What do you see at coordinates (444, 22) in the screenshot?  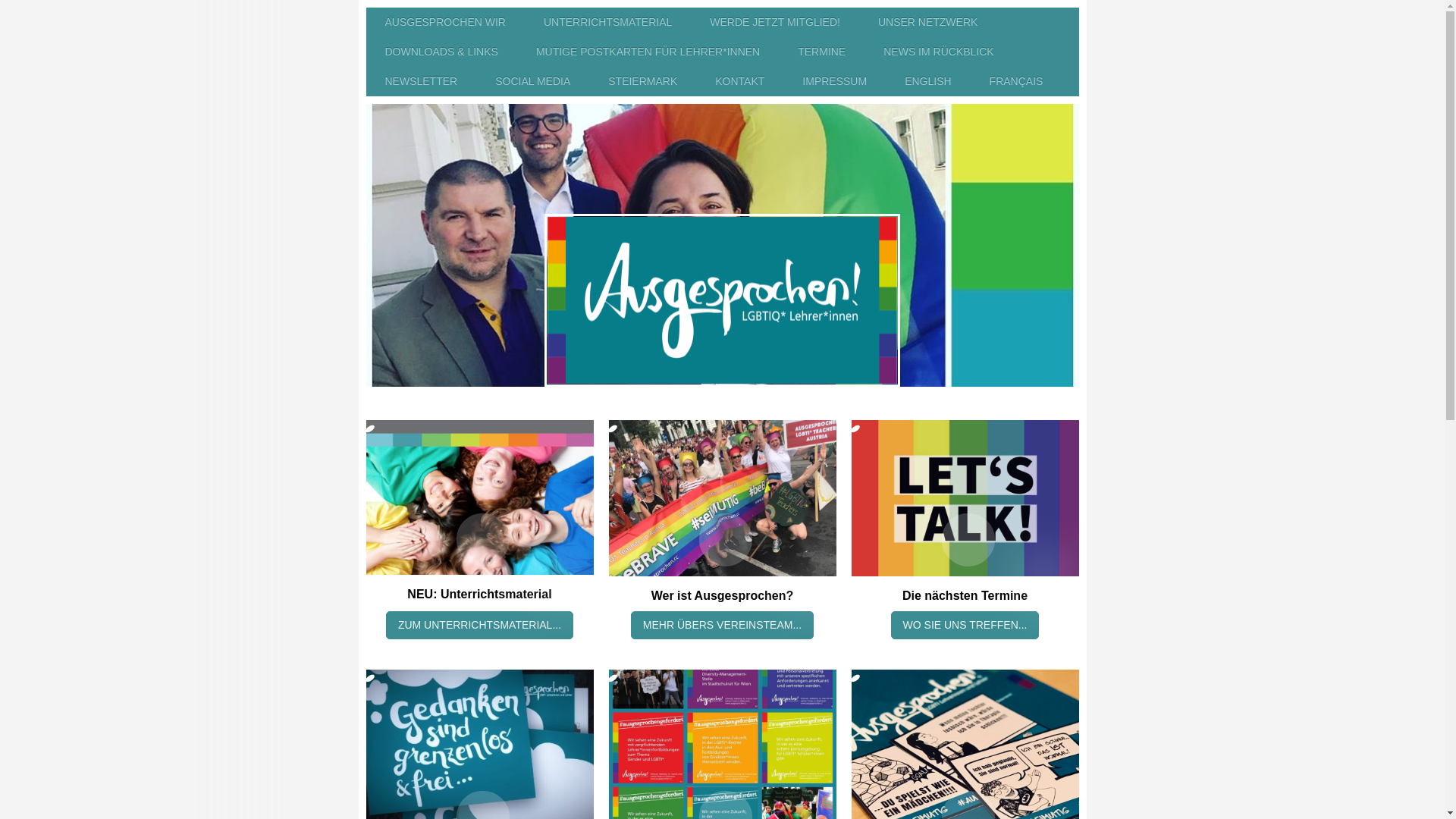 I see `'AUSGESPROCHEN WIR'` at bounding box center [444, 22].